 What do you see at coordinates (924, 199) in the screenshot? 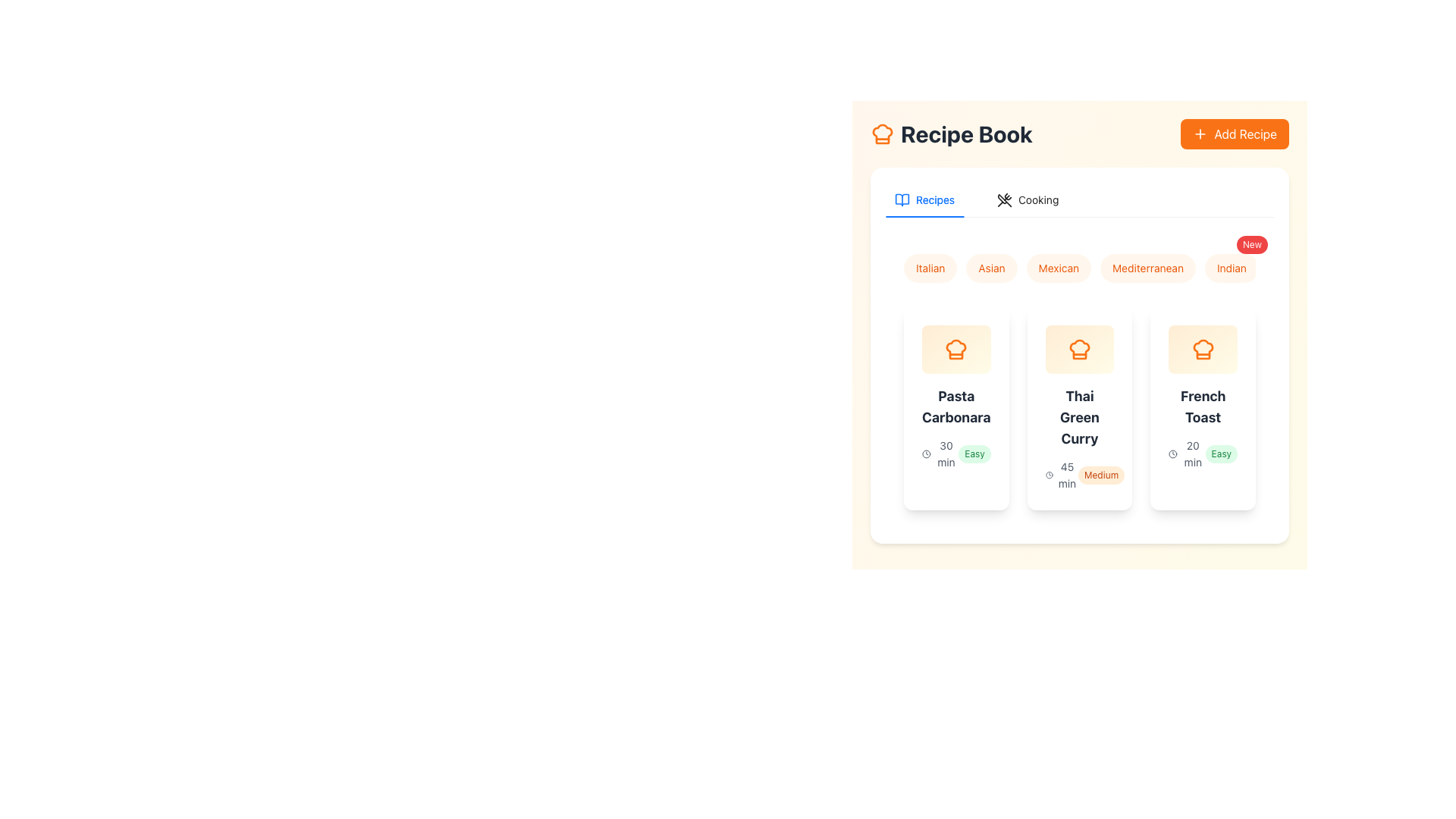
I see `the 'Recipes' navigation tab located below the 'Recipe Book' title` at bounding box center [924, 199].